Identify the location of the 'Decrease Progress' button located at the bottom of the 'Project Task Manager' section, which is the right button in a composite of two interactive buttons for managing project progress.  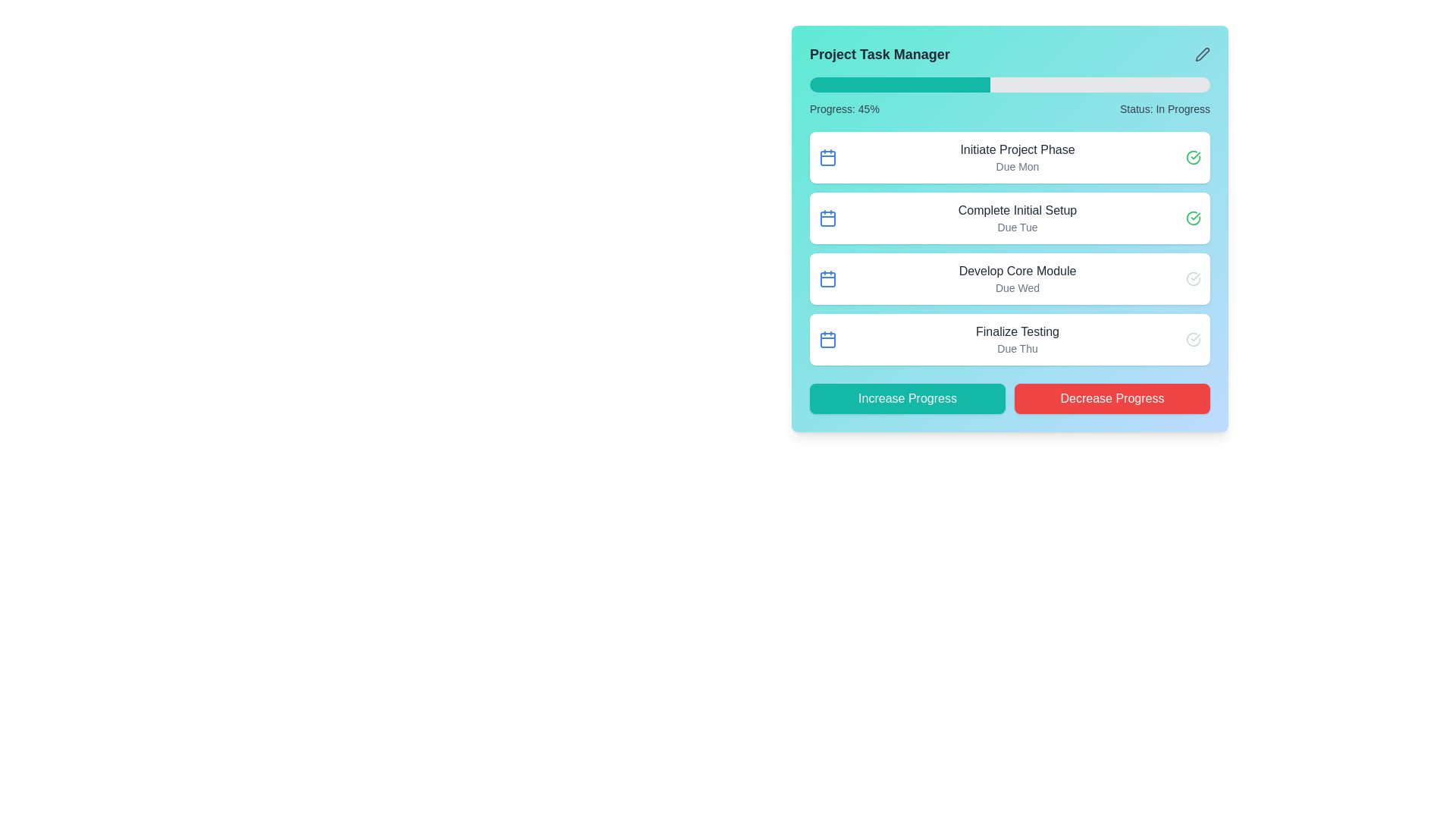
(1009, 397).